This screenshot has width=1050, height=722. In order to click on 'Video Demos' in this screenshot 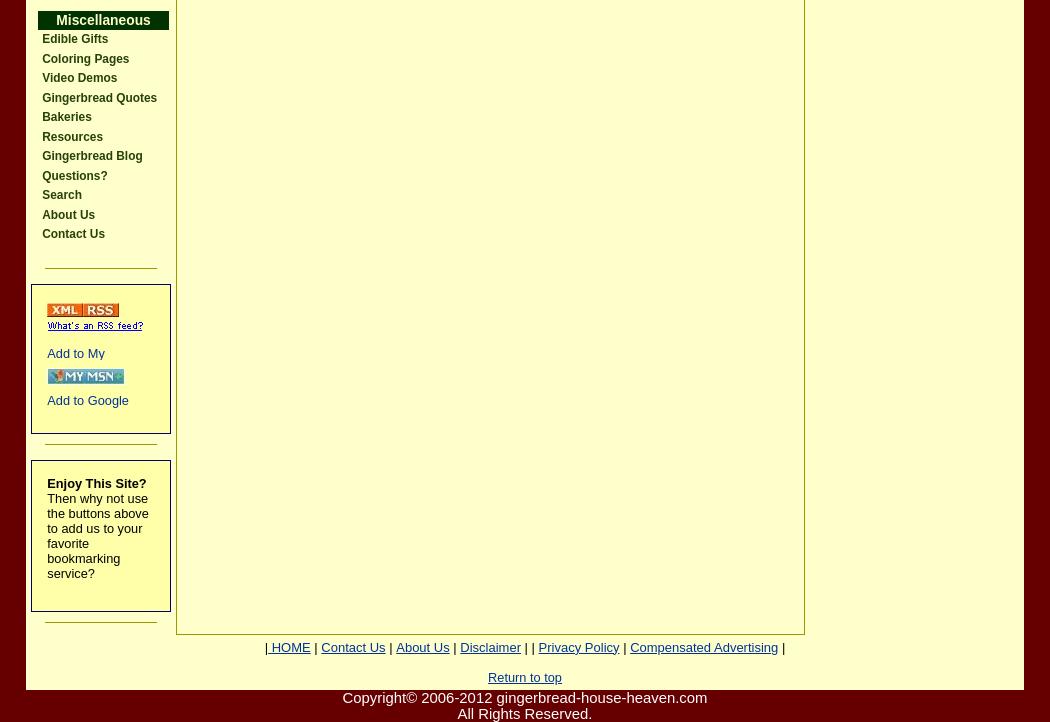, I will do `click(79, 76)`.